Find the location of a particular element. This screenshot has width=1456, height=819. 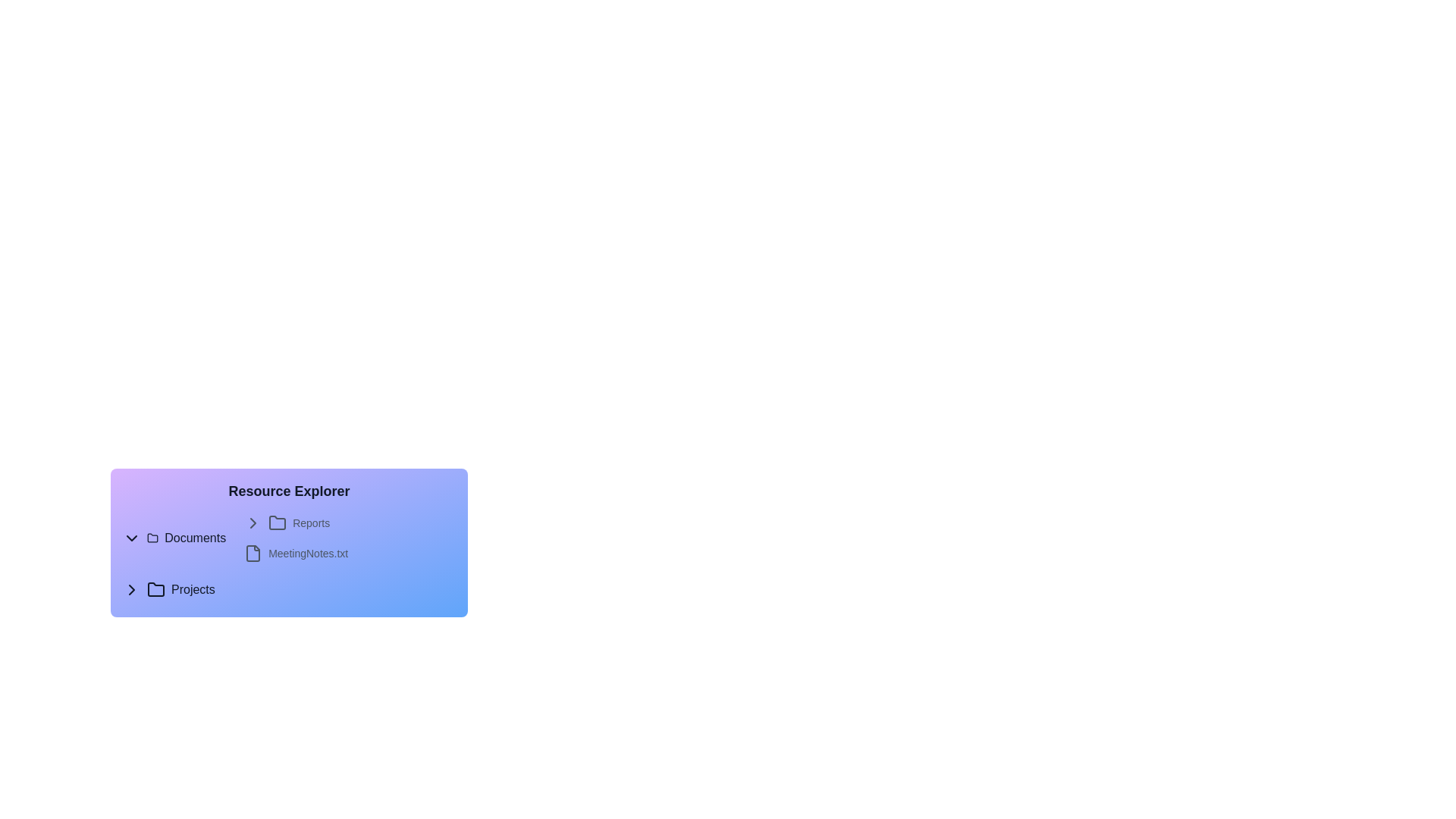

the small folder icon located is located at coordinates (278, 522).